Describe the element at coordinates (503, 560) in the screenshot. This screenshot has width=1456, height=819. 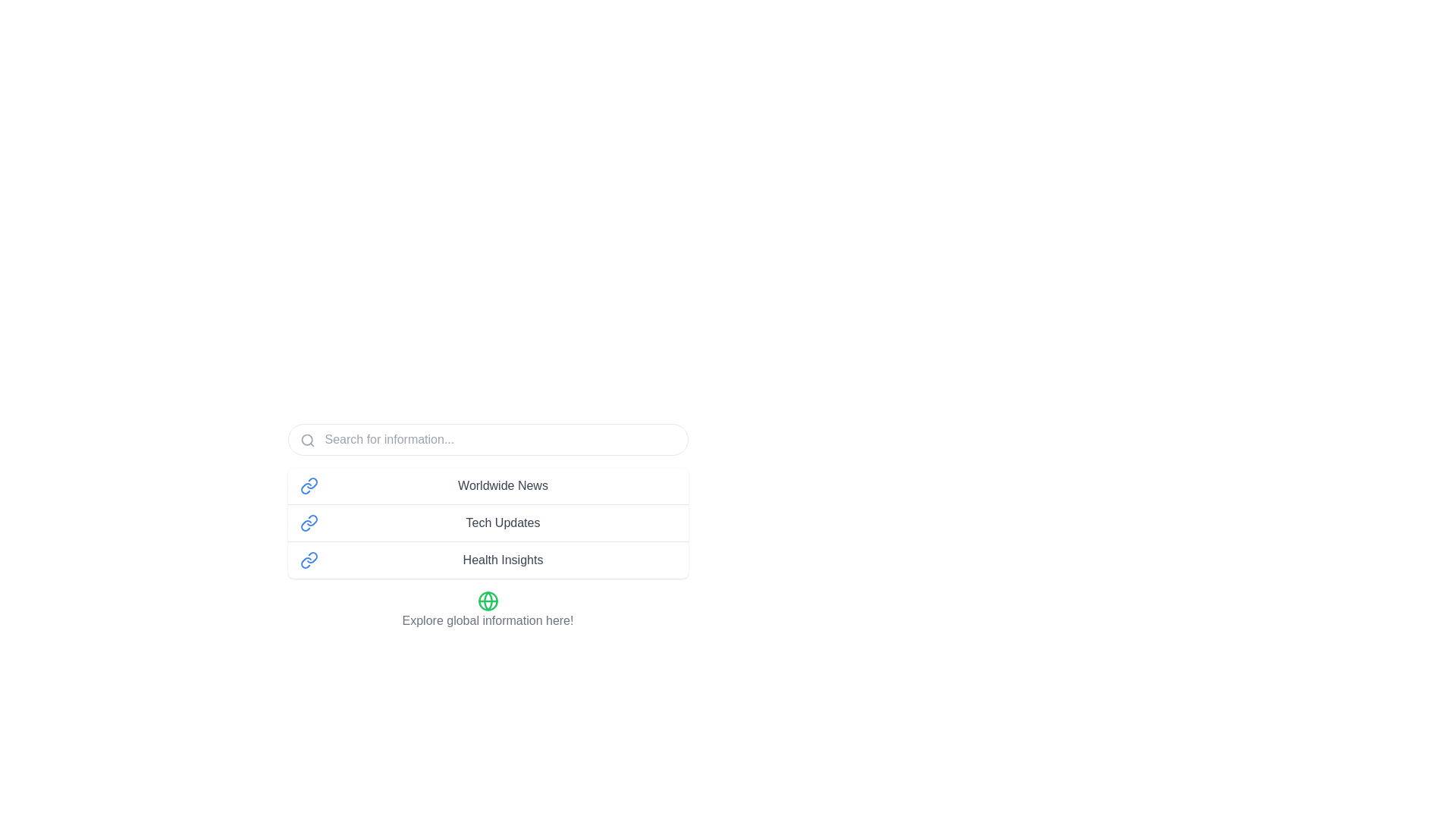
I see `the 'Health Insights' hyperlink, which is the third entry in a vertical list of links below the search bar` at that location.